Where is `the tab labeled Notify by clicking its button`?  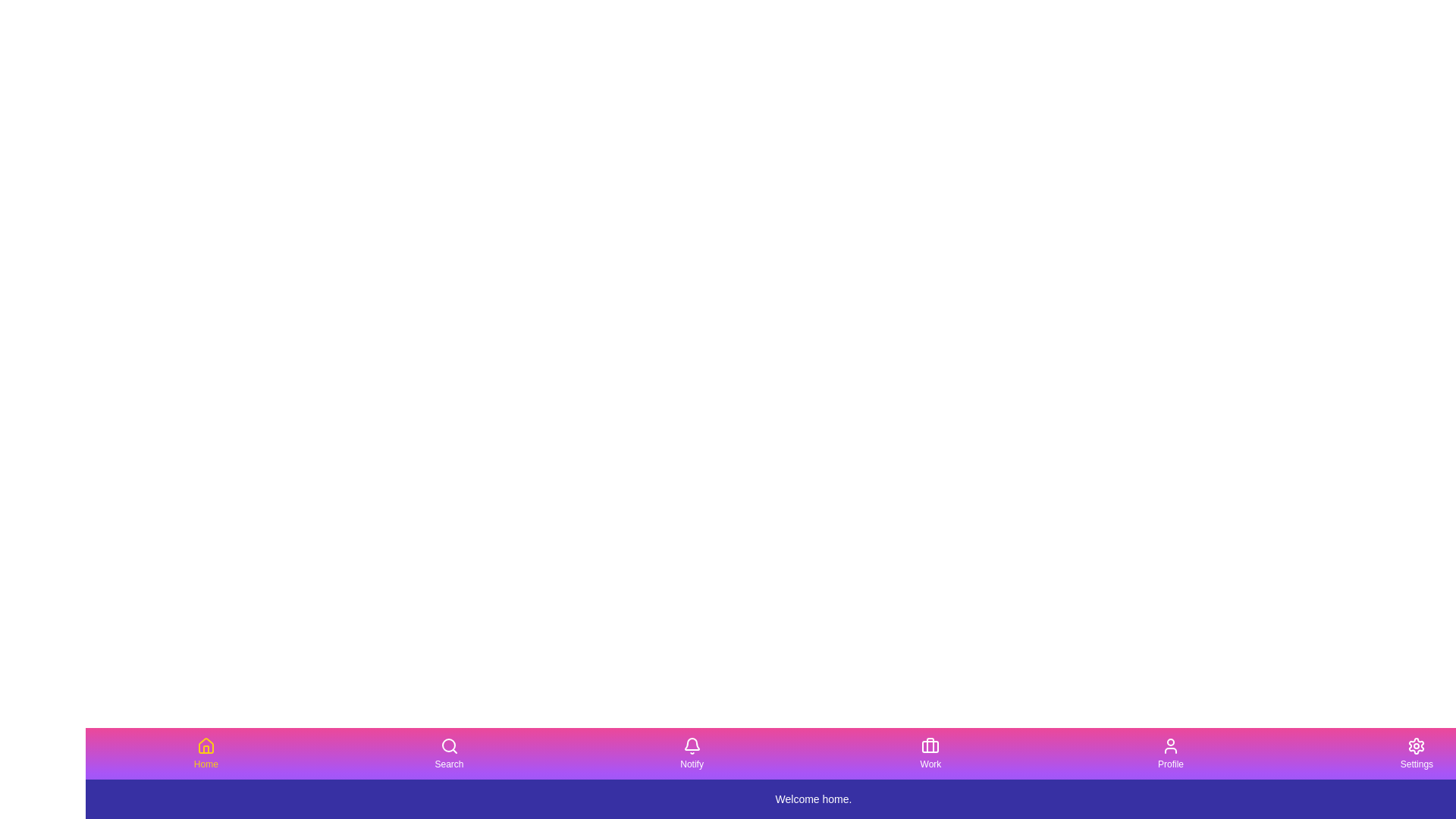
the tab labeled Notify by clicking its button is located at coordinates (691, 754).